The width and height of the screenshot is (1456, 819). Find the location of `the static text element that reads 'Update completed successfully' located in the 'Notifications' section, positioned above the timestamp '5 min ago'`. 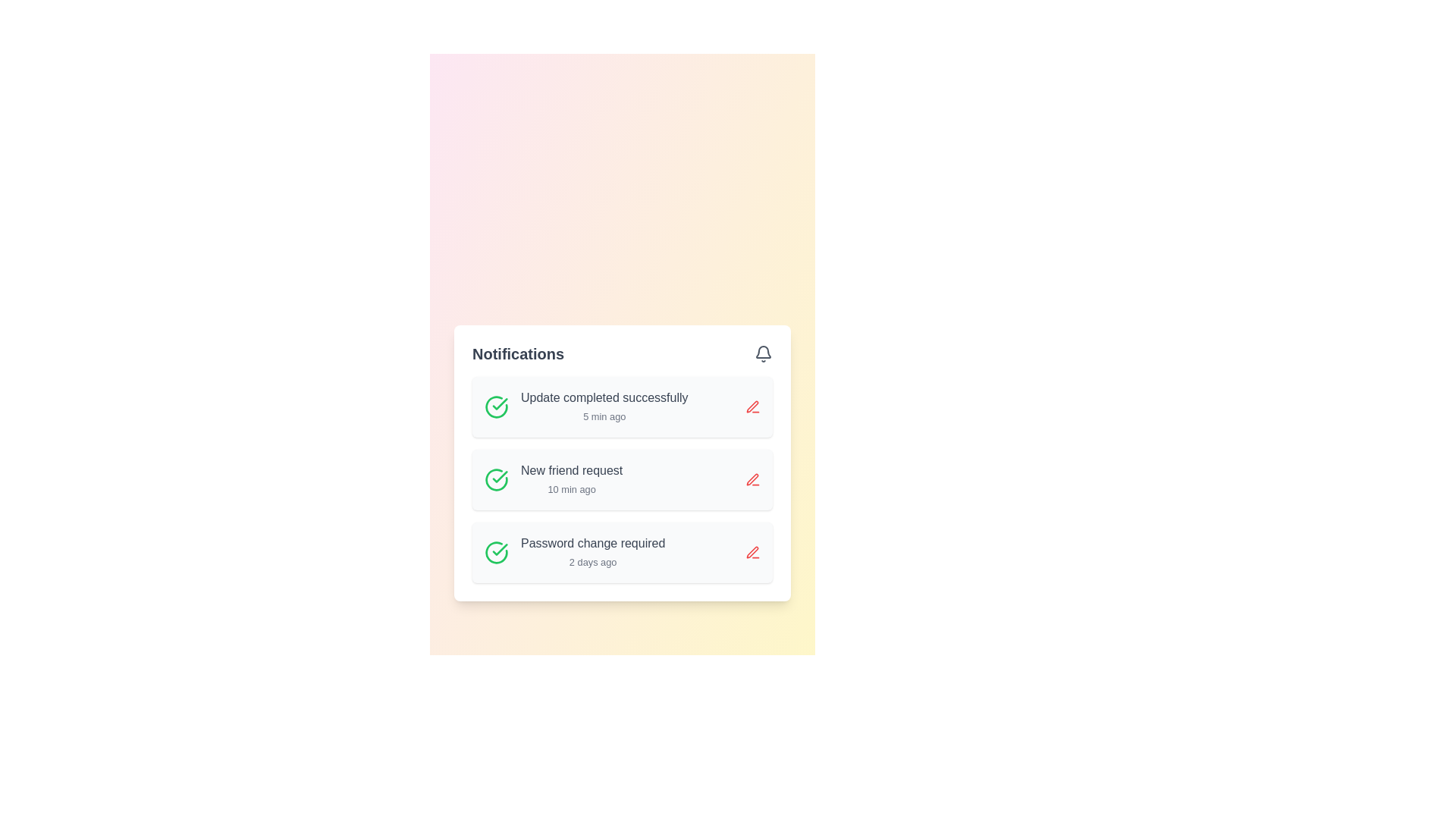

the static text element that reads 'Update completed successfully' located in the 'Notifications' section, positioned above the timestamp '5 min ago' is located at coordinates (604, 397).